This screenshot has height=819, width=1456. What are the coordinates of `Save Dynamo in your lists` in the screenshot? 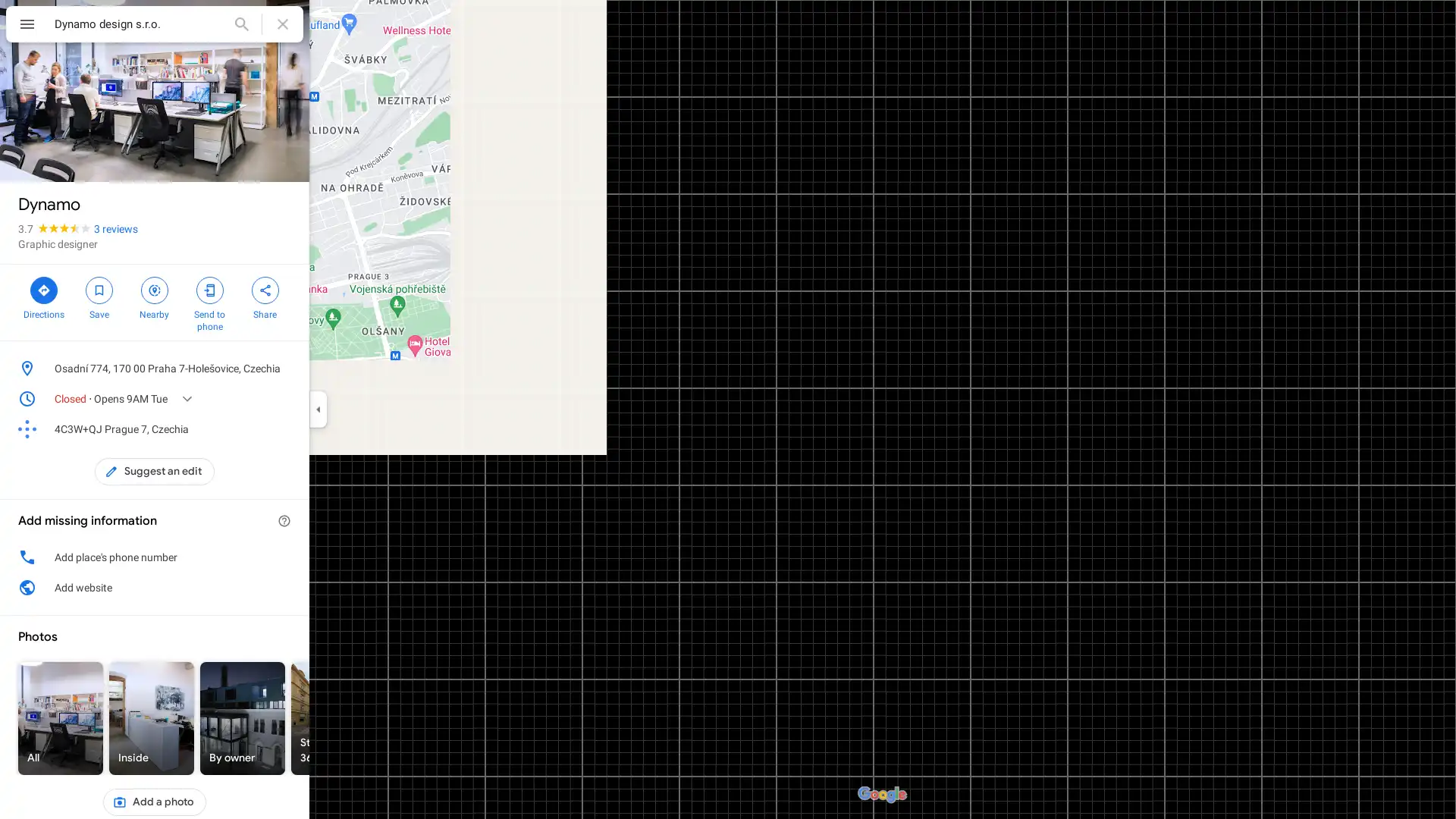 It's located at (98, 296).